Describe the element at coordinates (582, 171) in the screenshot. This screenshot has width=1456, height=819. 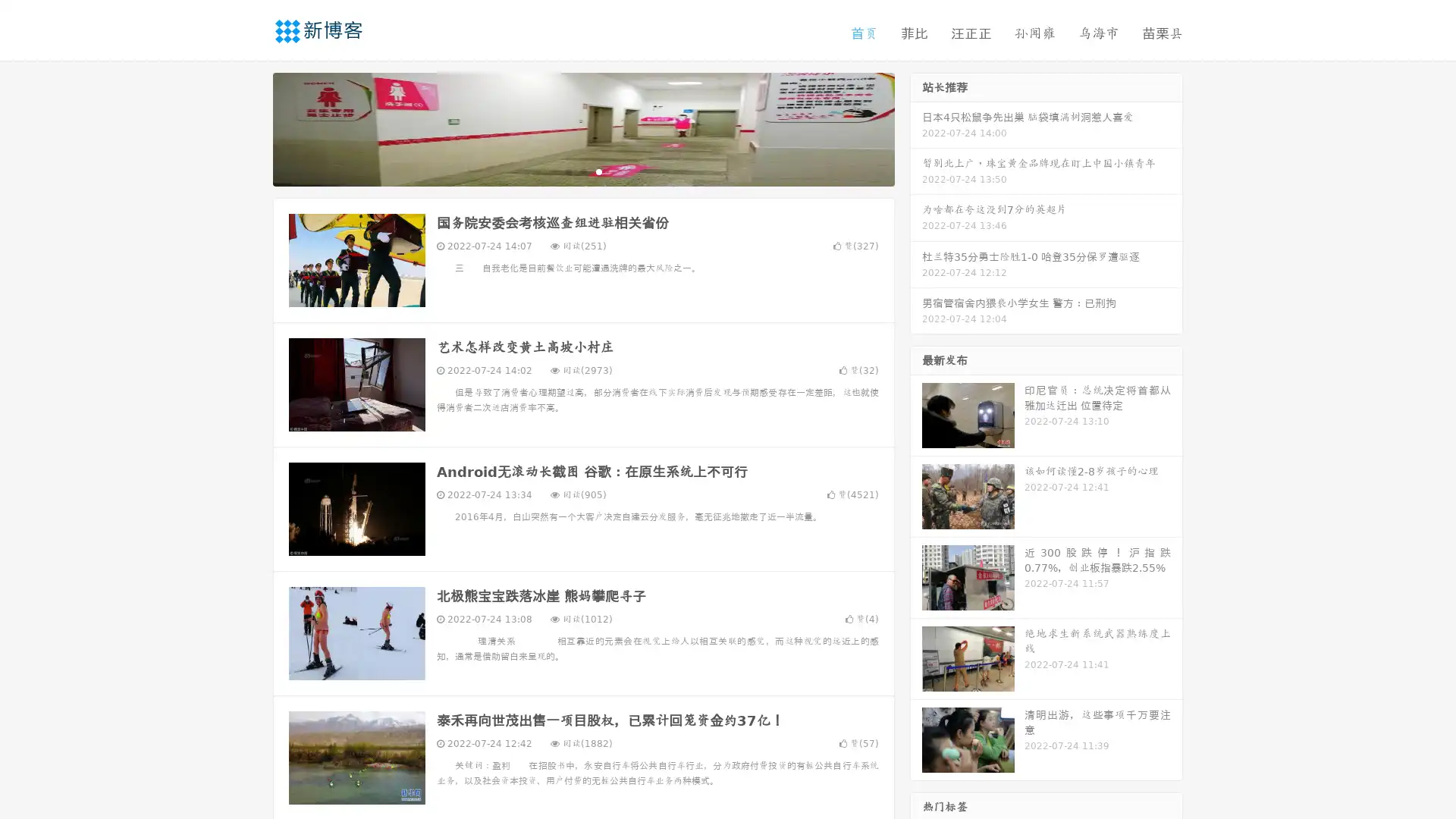
I see `Go to slide 2` at that location.